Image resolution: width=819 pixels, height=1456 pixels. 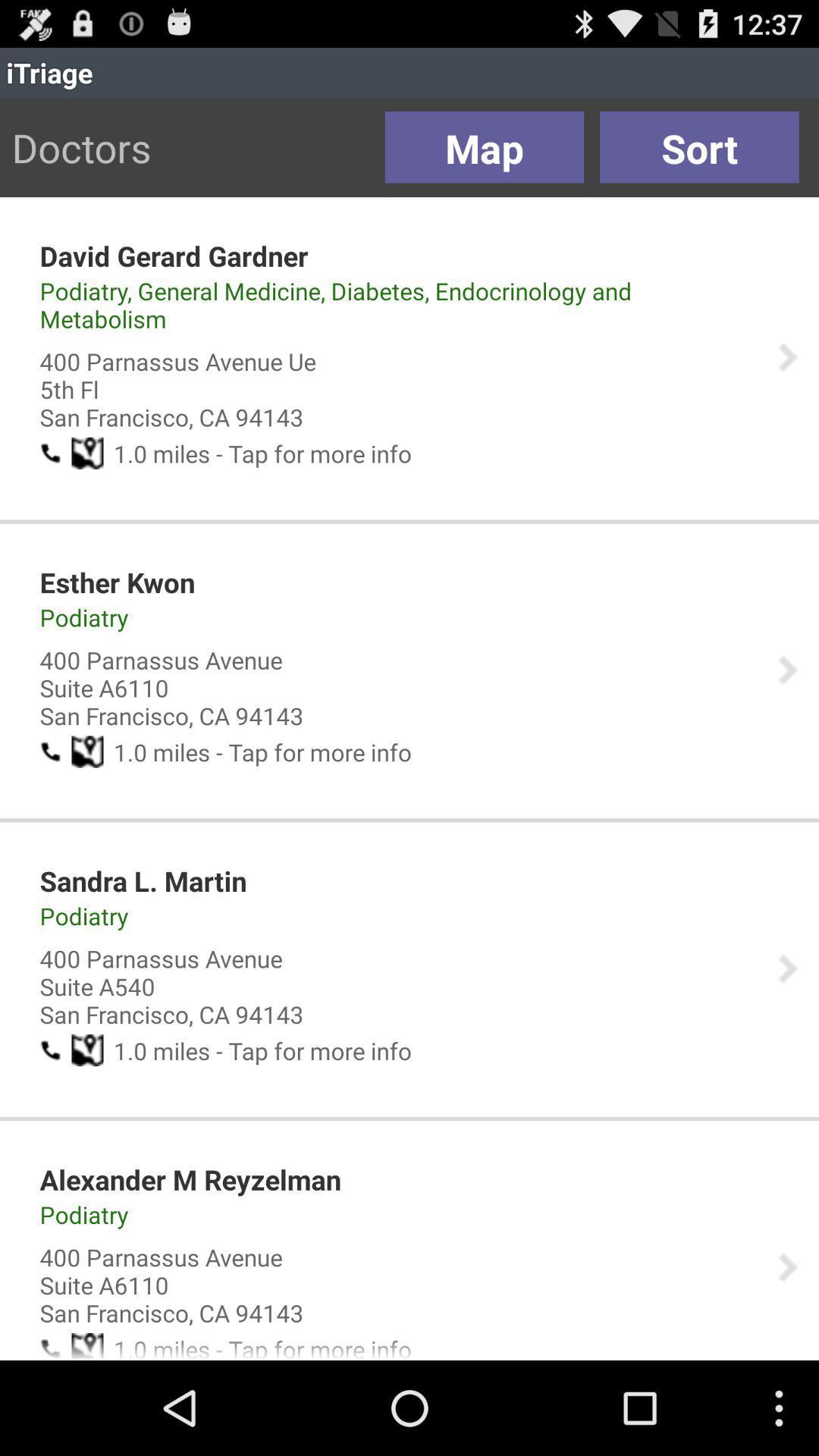 I want to click on the podiatry general medicine item, so click(x=397, y=304).